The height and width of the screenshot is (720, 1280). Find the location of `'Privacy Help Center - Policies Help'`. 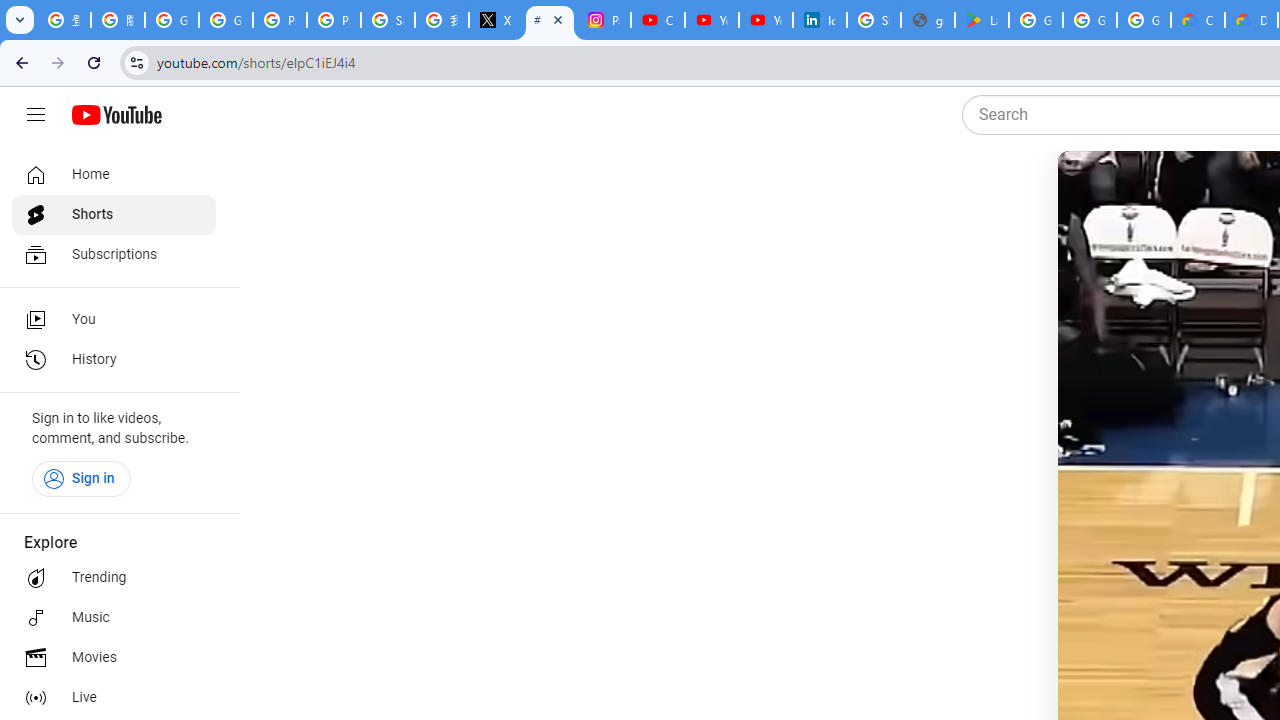

'Privacy Help Center - Policies Help' is located at coordinates (279, 20).